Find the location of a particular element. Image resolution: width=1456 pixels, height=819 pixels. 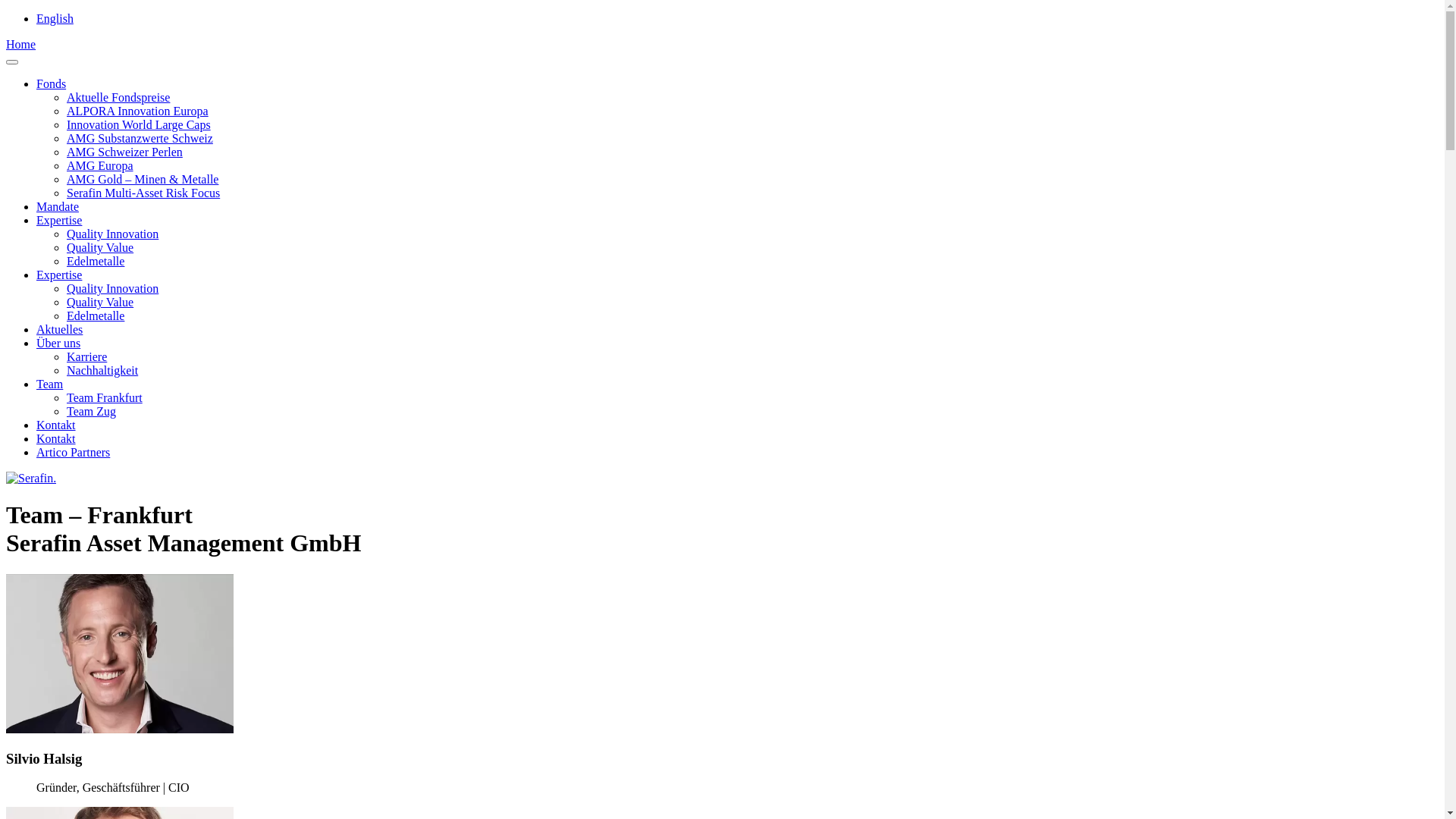

'Expertise' is located at coordinates (58, 220).